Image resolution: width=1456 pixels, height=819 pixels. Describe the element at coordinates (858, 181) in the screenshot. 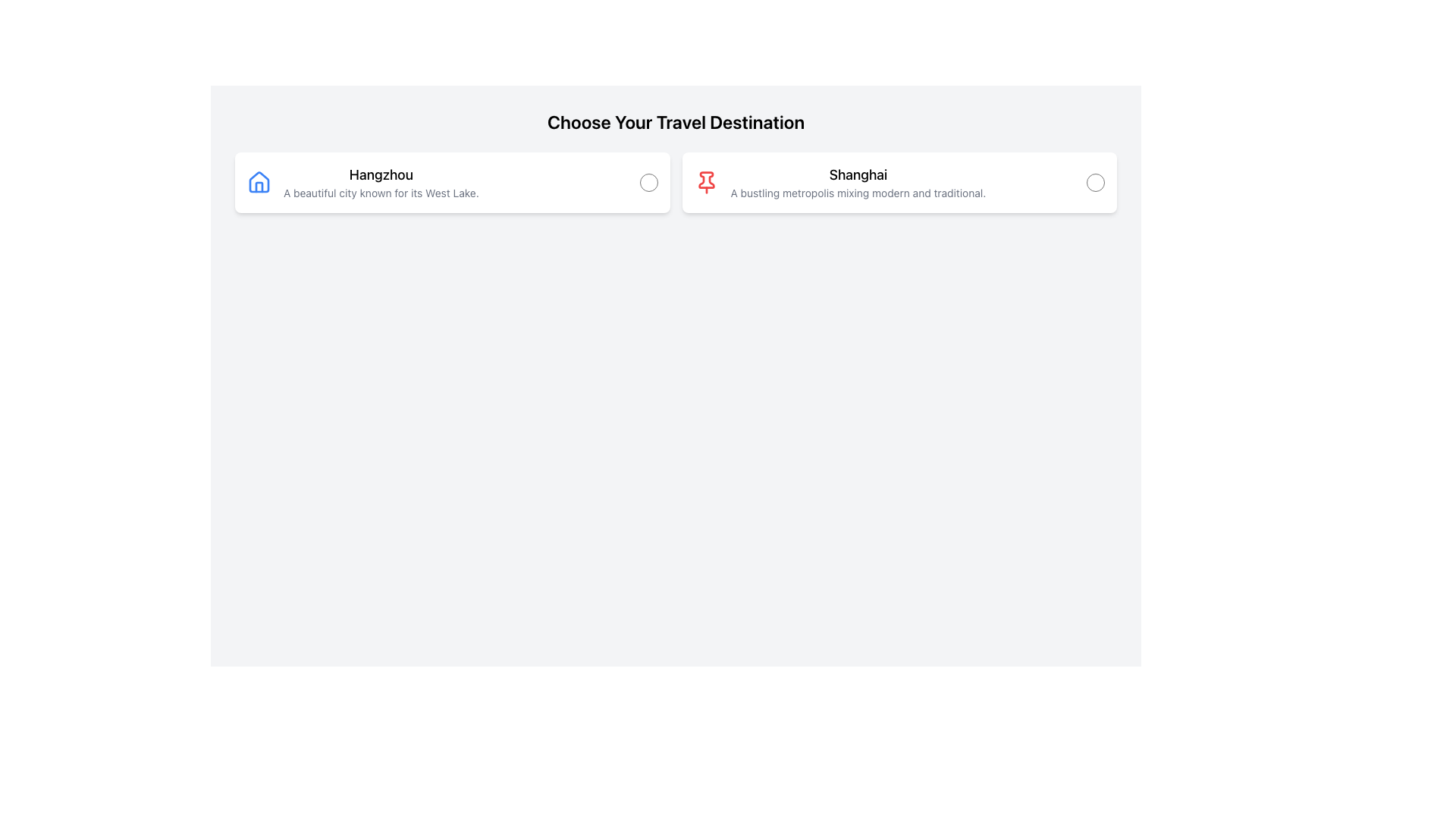

I see `the text display element that shows 'Shanghai' with the subtitle 'A bustling metropolis mixing modern and traditional.' located in the second option card of the horizontally aligned selection panel` at that location.